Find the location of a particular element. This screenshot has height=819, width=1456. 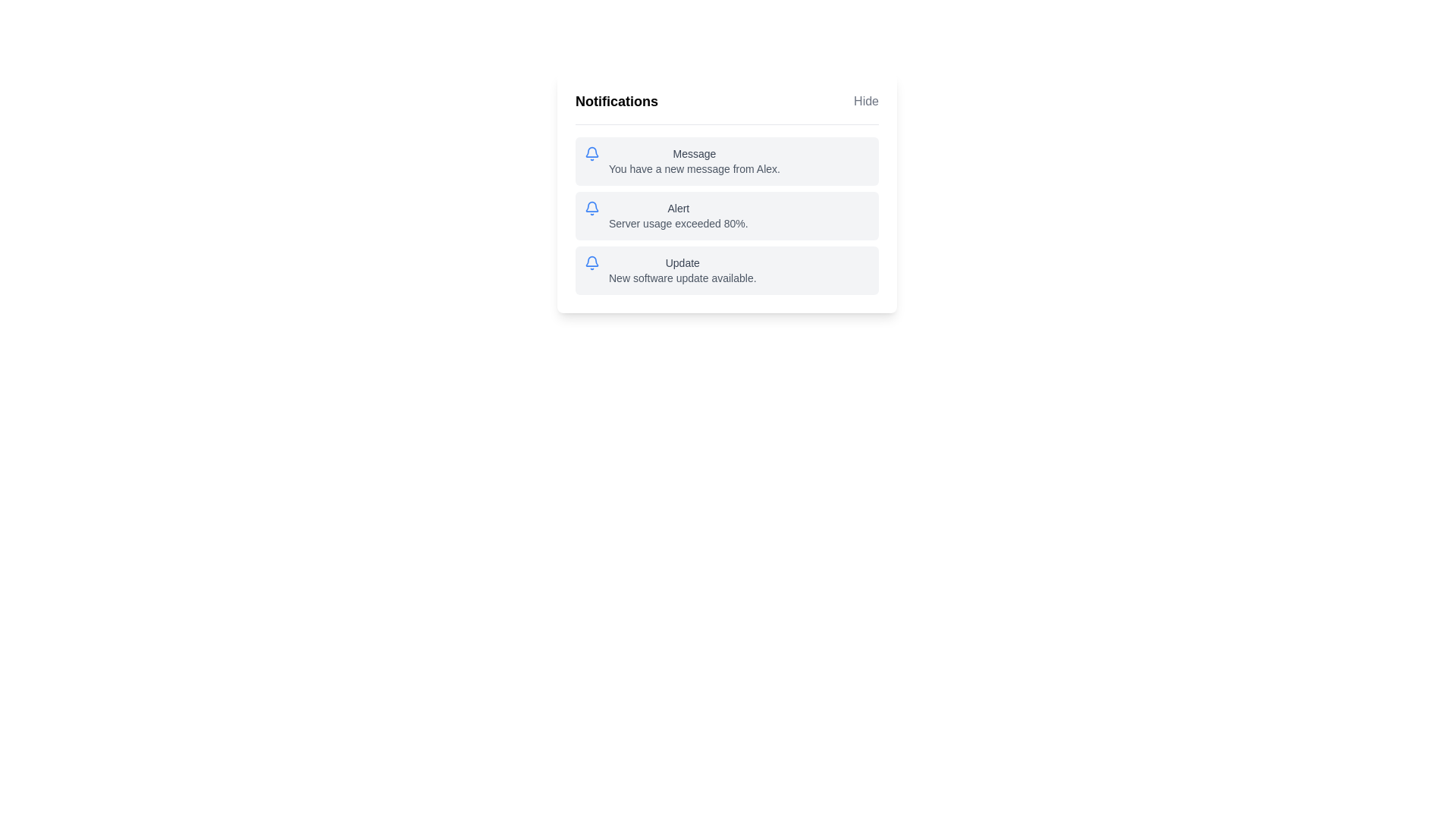

the non-interactive Text label that provides information about server usage status exceeding 80%, located below the title 'Alert' within the second notification card is located at coordinates (677, 223).